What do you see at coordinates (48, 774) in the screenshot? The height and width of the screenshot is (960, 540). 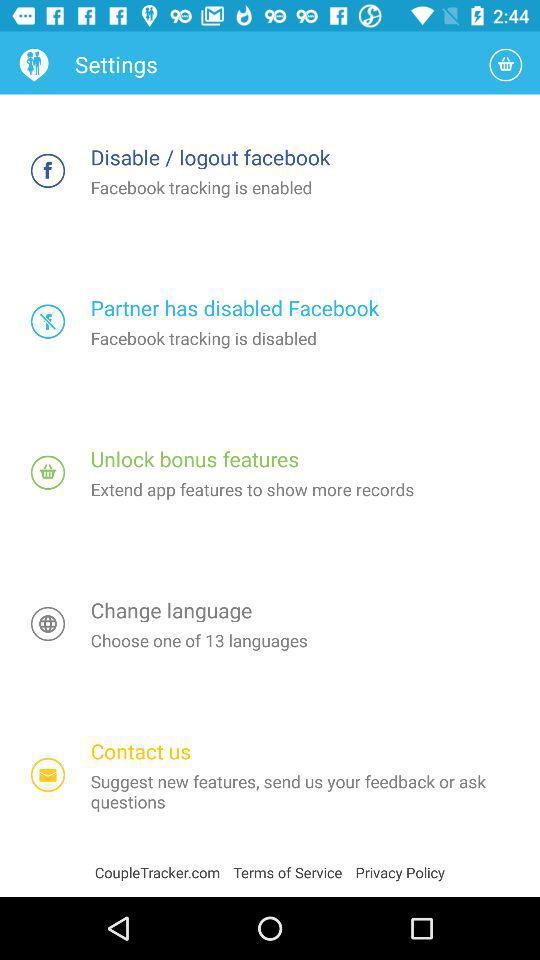 I see `contact developer` at bounding box center [48, 774].